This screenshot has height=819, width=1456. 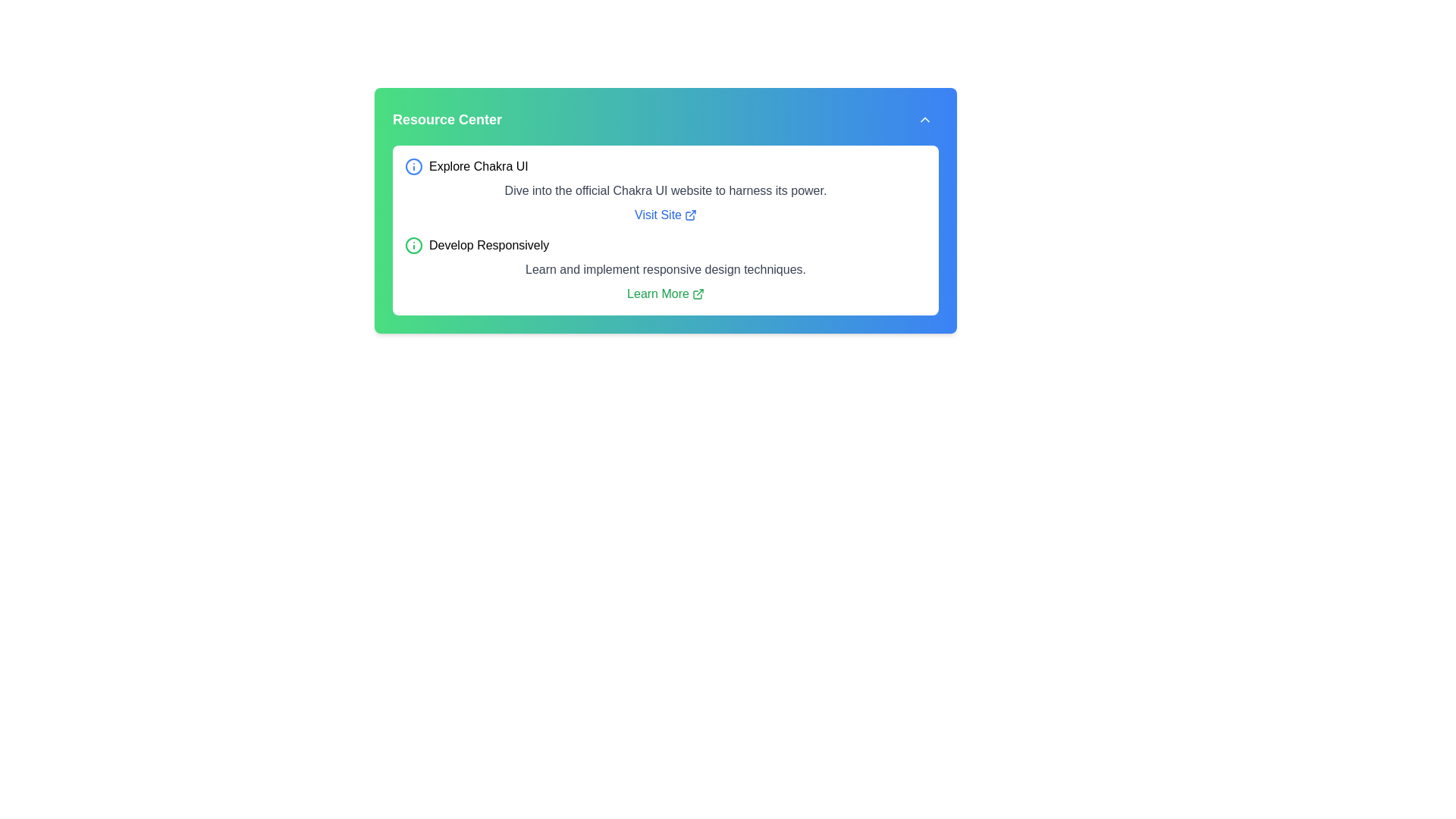 What do you see at coordinates (478, 166) in the screenshot?
I see `the title text element introducing the Chakra UI resource, which is aligned to the right of a blue circular 'i' icon in the 'Resource Center' section` at bounding box center [478, 166].